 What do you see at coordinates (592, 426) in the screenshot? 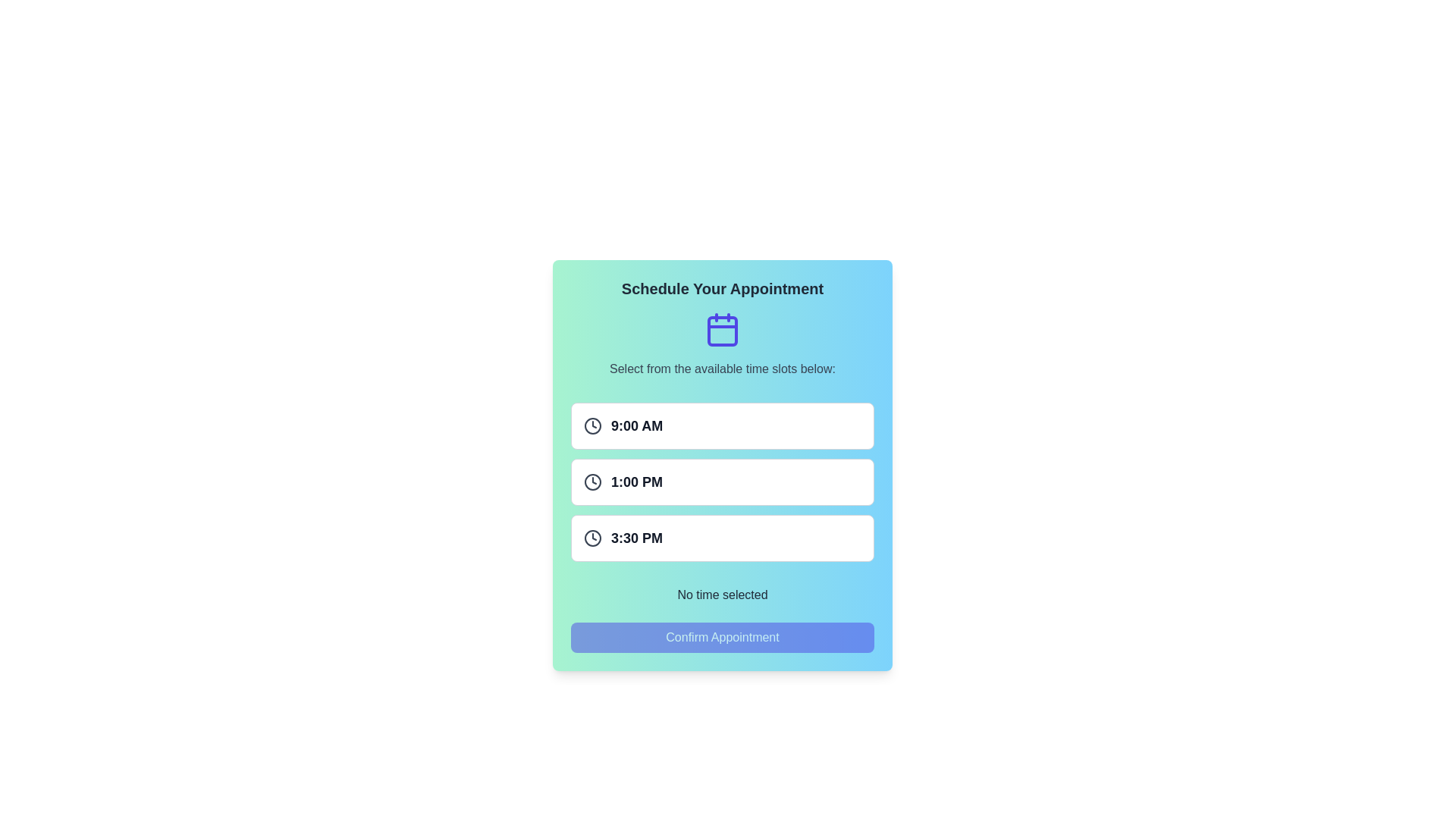
I see `the decorative clock icon component that visually represents a clock face, located to the left of the '9:00 AM' label in the first time slot of the appointment selector interface` at bounding box center [592, 426].